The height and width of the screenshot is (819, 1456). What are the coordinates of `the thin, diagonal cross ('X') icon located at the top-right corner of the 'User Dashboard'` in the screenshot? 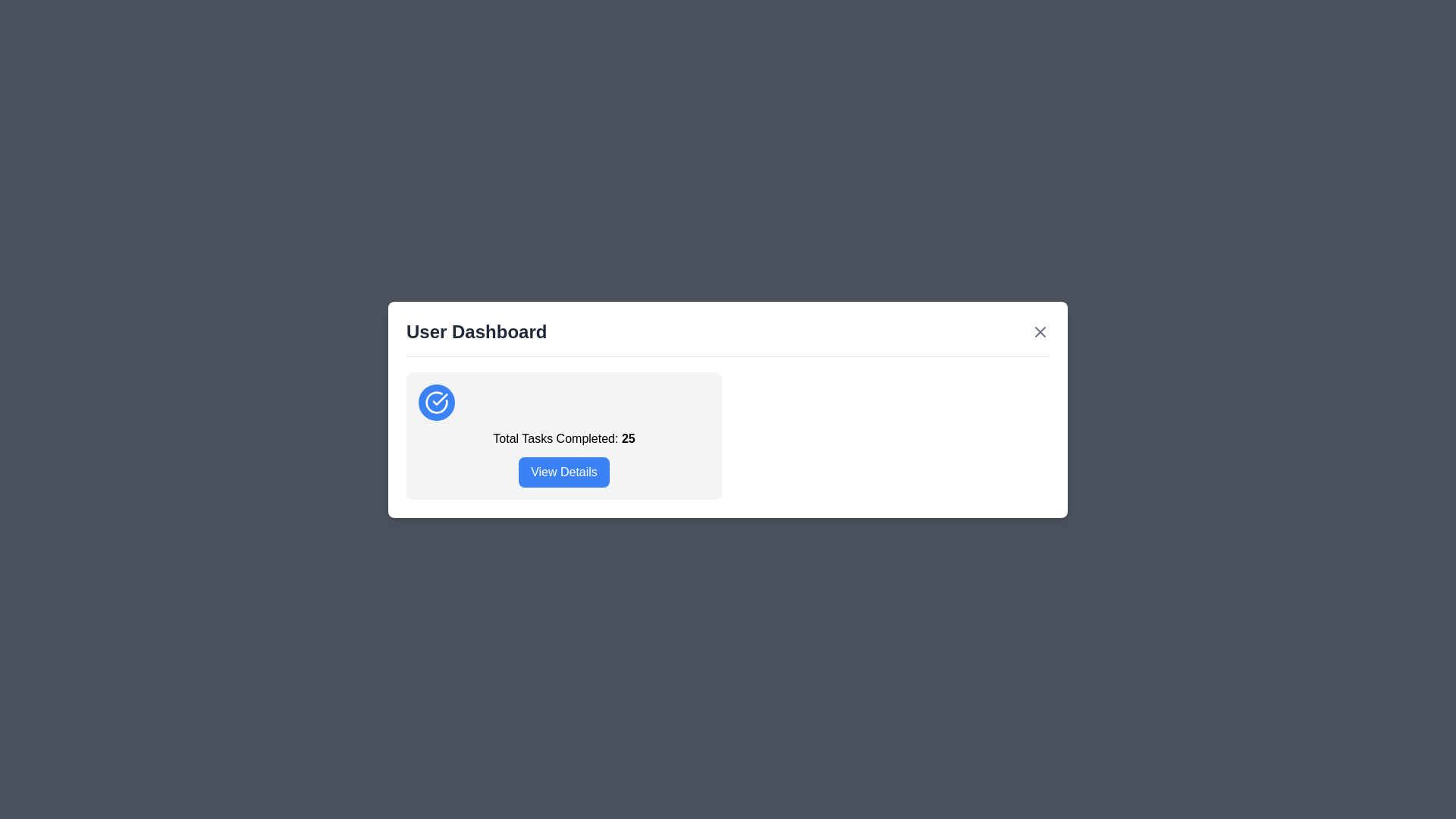 It's located at (1040, 331).